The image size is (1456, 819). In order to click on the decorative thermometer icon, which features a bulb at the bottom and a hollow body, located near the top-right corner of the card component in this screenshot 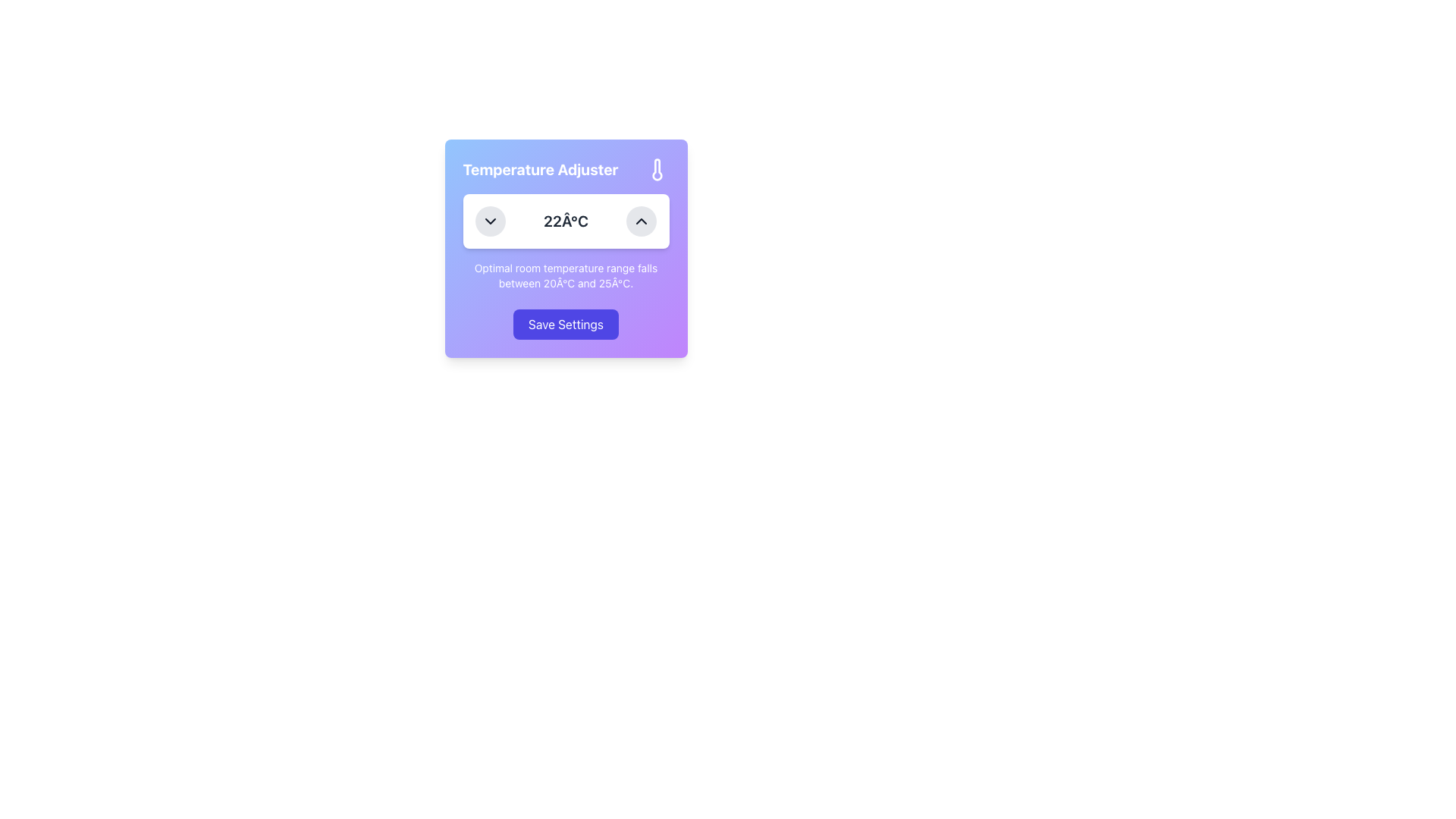, I will do `click(657, 169)`.